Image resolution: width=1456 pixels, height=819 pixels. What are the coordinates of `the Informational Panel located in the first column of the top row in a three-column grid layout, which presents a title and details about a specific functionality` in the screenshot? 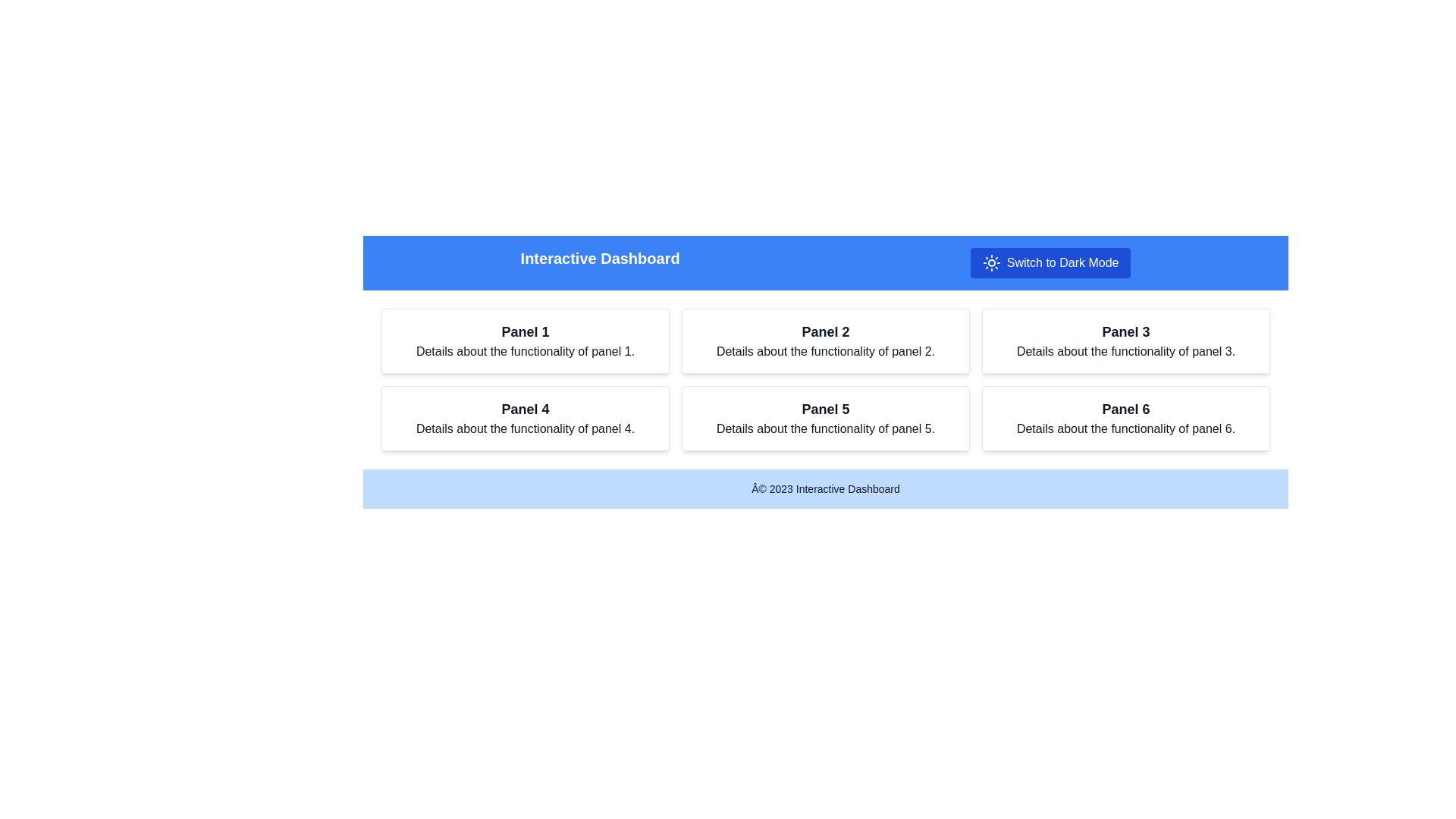 It's located at (525, 341).